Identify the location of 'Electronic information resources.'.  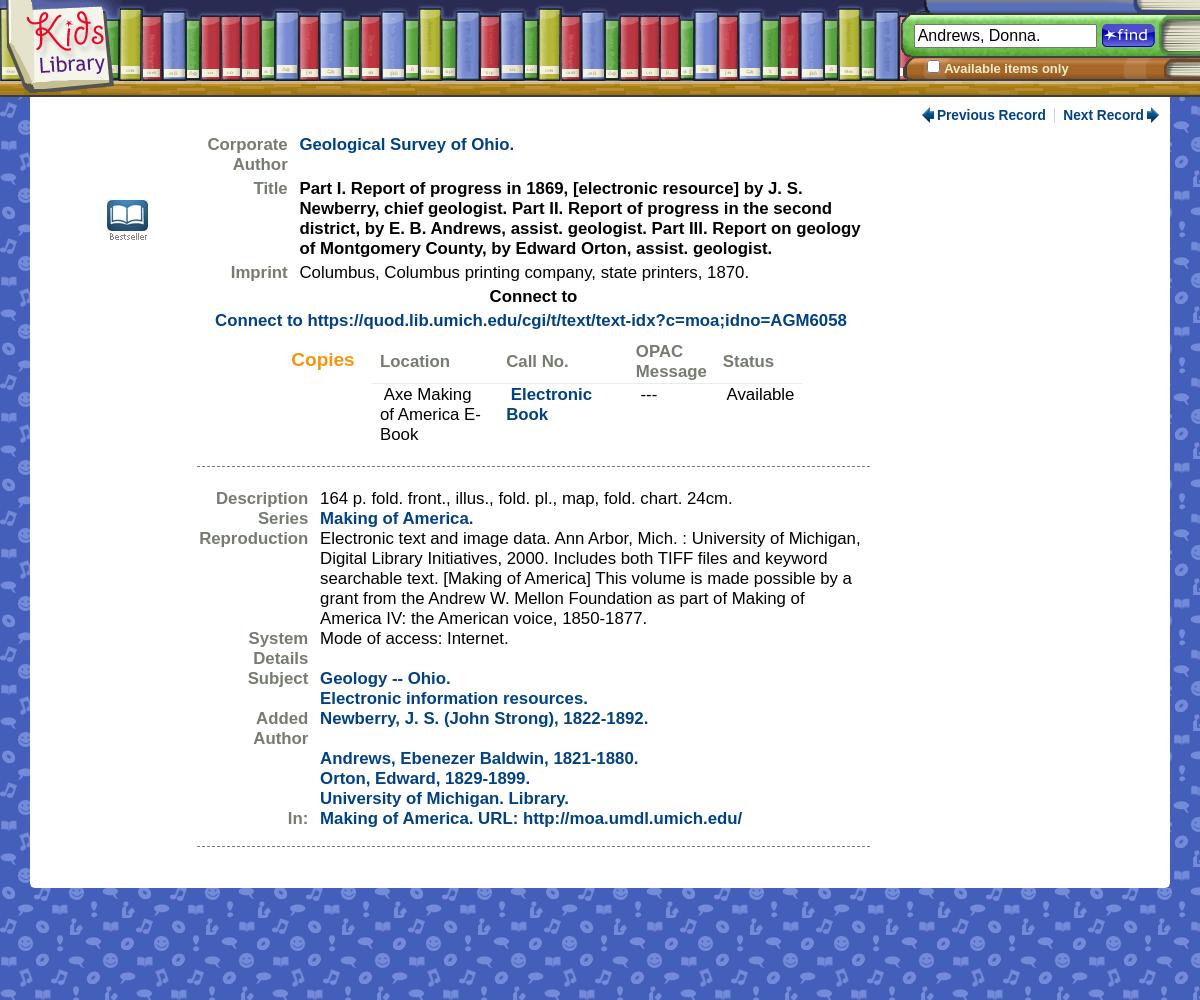
(452, 697).